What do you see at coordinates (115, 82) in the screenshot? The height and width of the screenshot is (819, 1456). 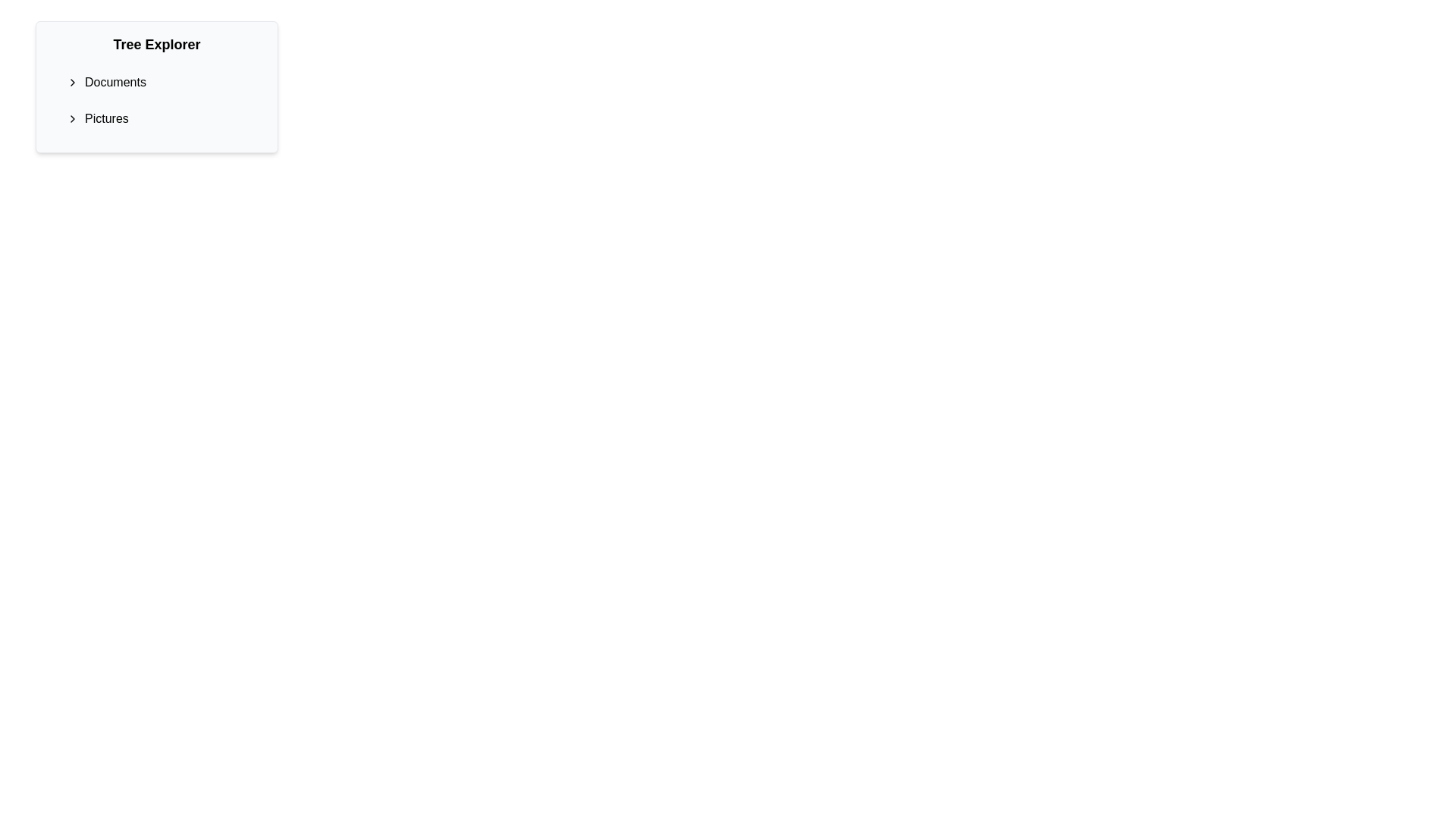 I see `the 'Documents' text item in the navigation menu, which is styled in black on a white background, located under the 'Tree Explorer' heading` at bounding box center [115, 82].